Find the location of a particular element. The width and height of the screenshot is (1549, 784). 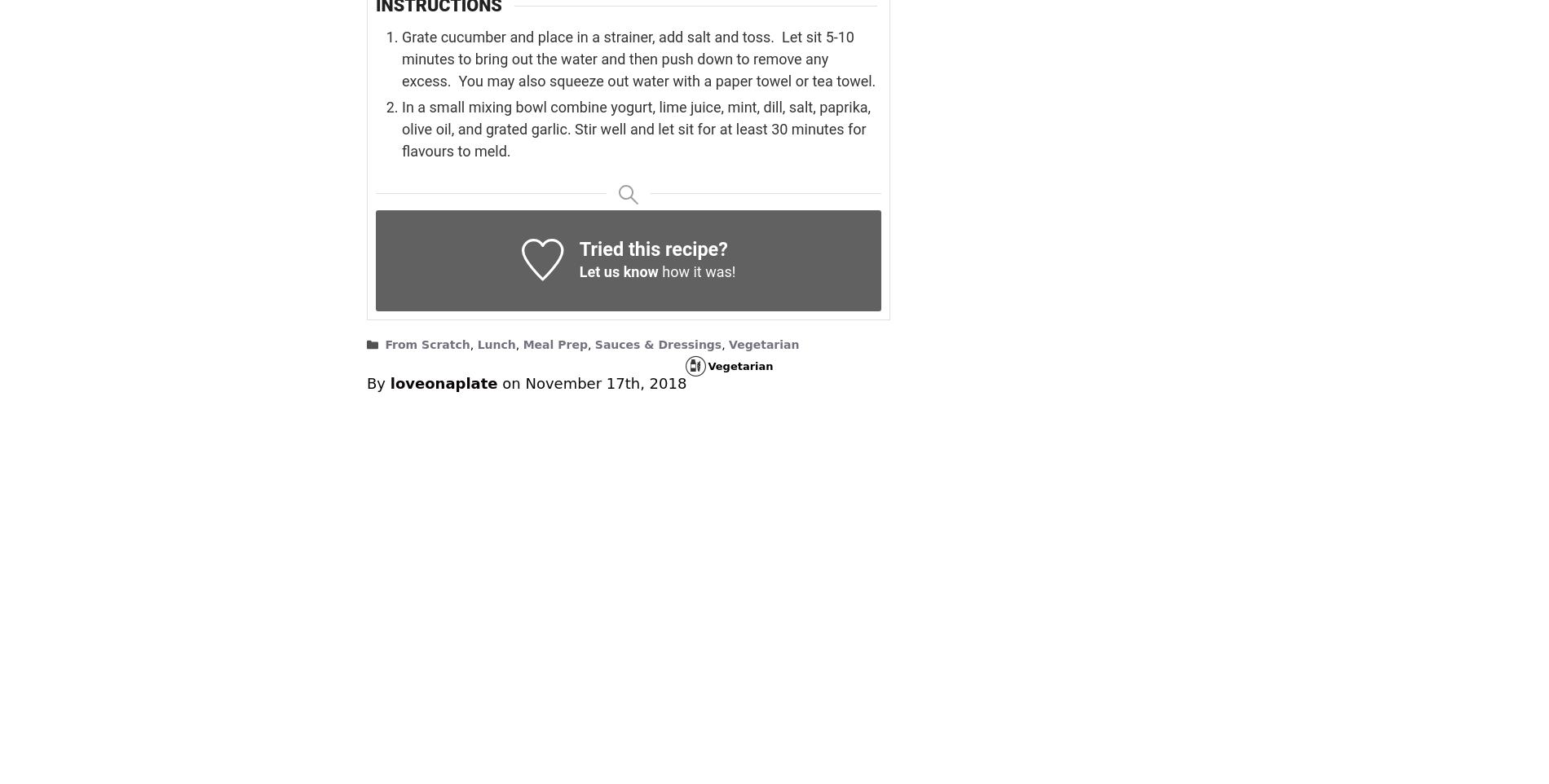

'Let us know' is located at coordinates (617, 270).